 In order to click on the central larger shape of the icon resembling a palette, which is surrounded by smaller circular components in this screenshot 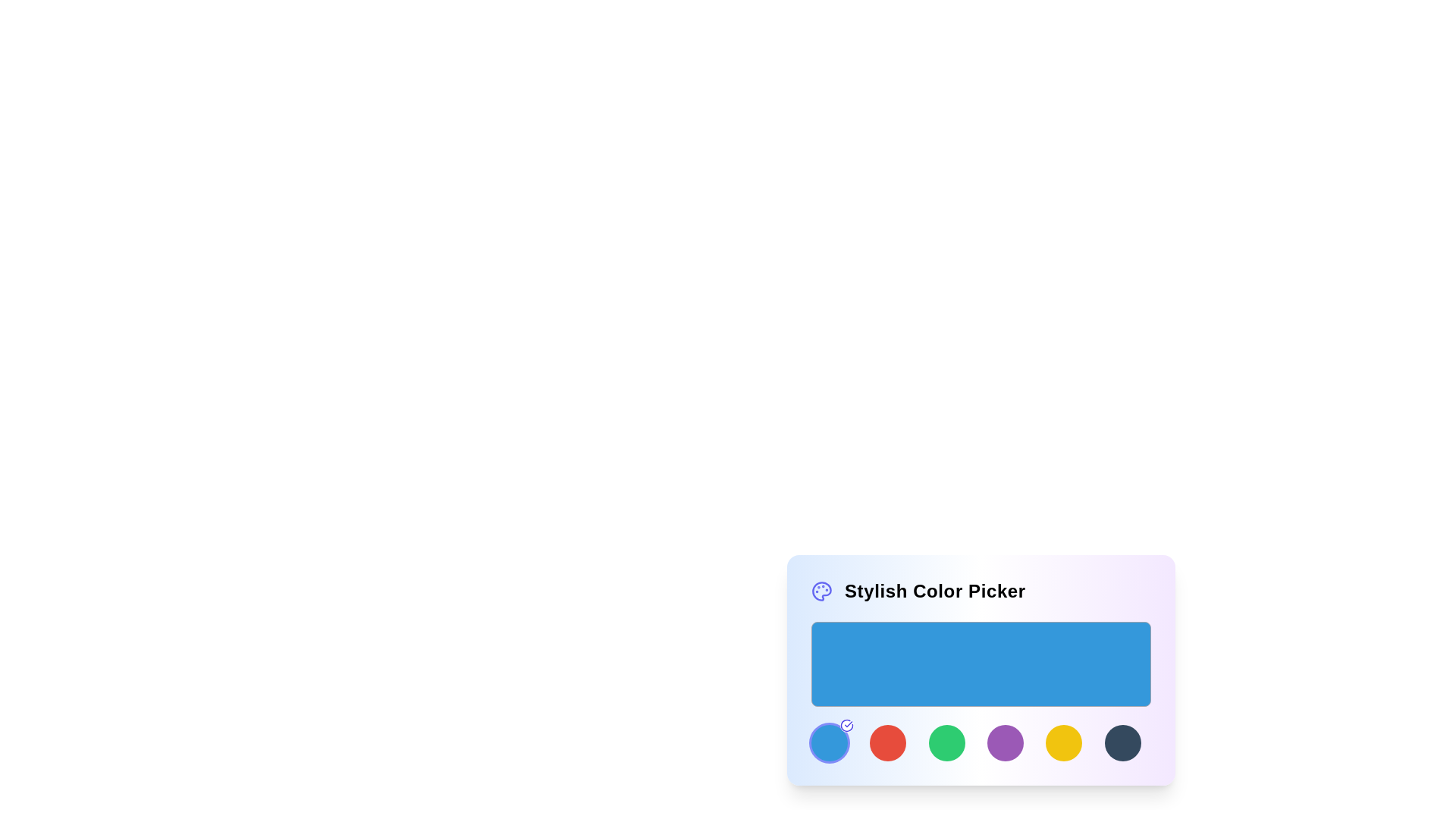, I will do `click(821, 590)`.